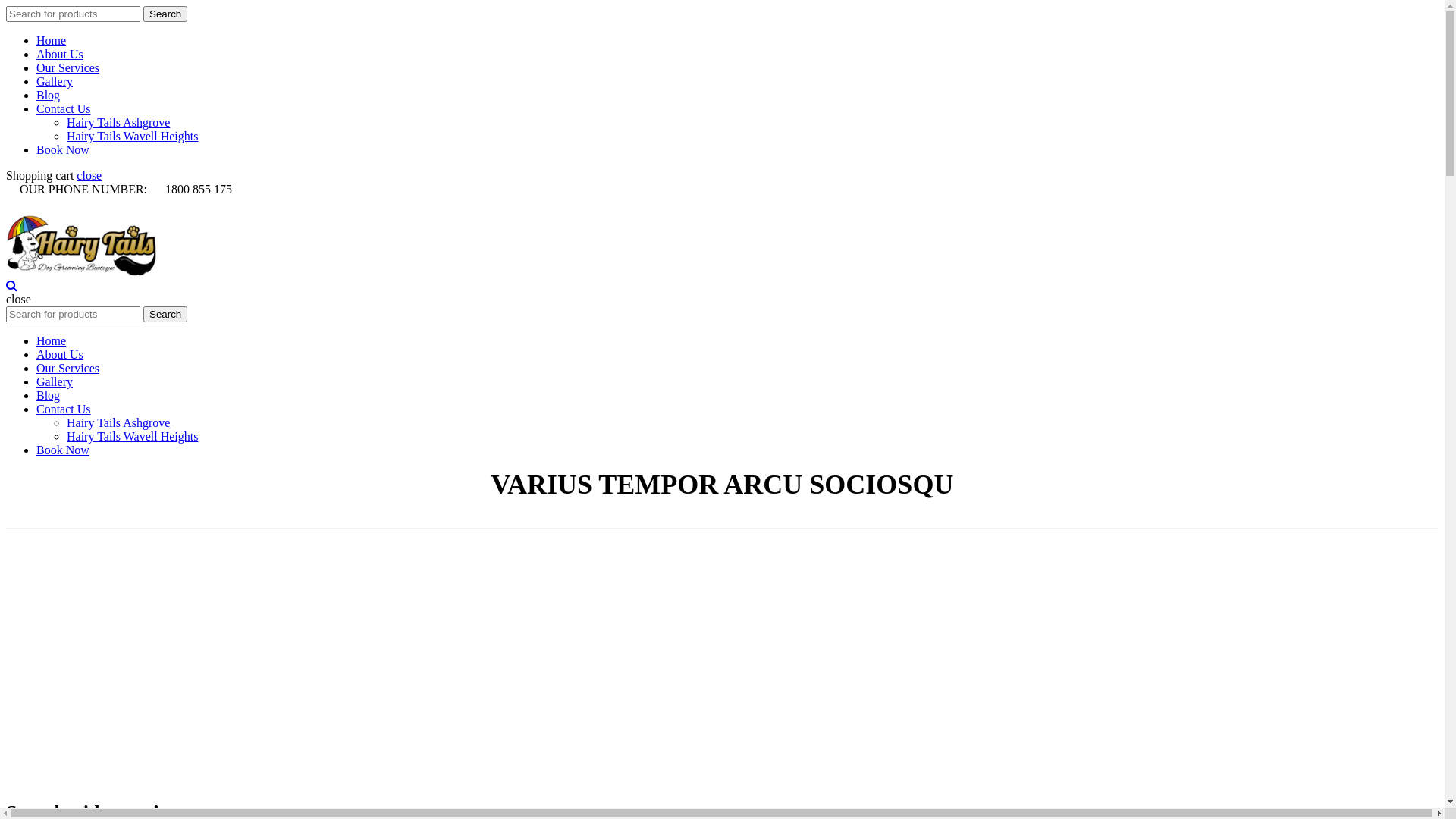  I want to click on 'Search', so click(165, 14).